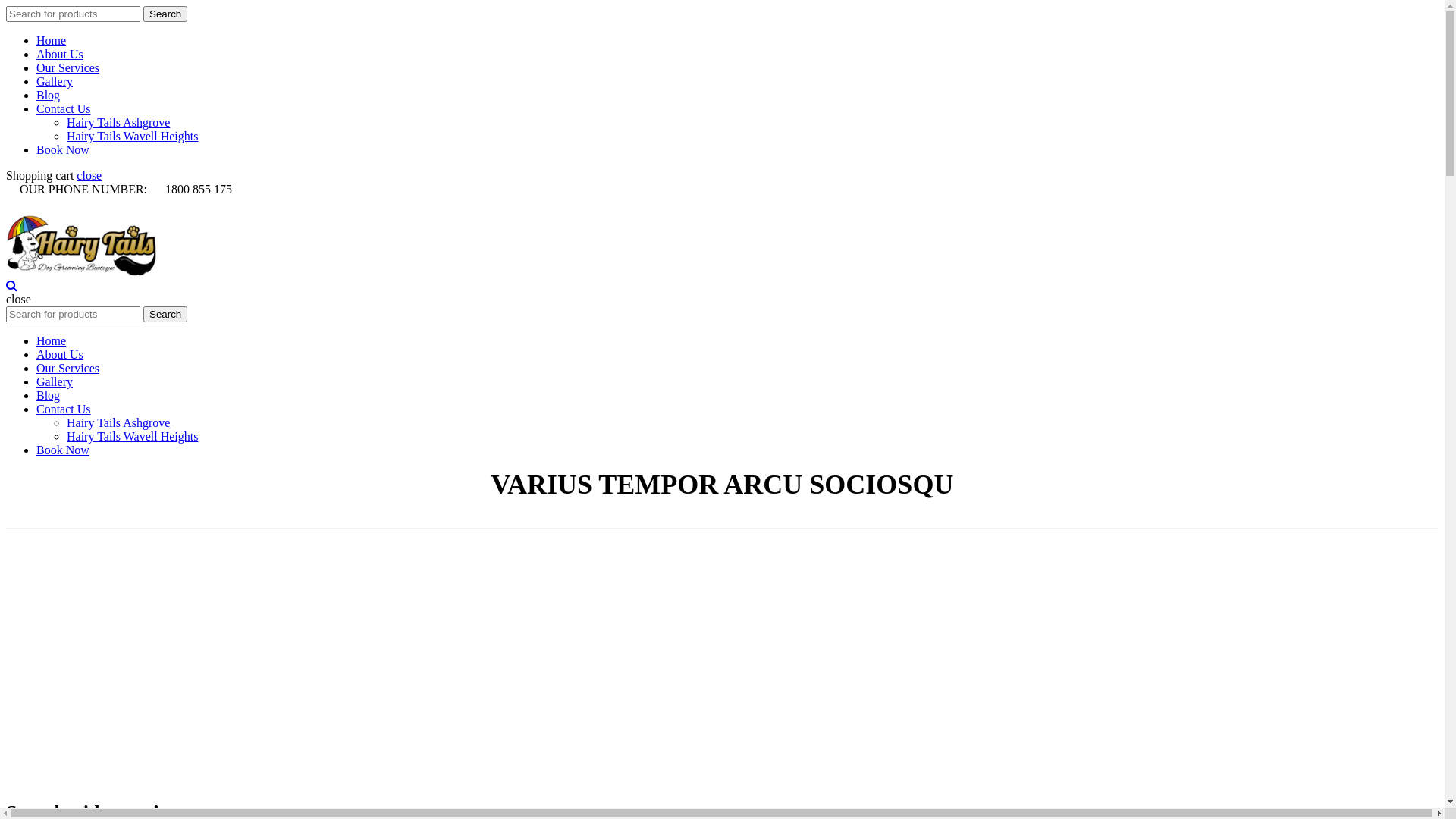  I want to click on 'Search', so click(165, 14).